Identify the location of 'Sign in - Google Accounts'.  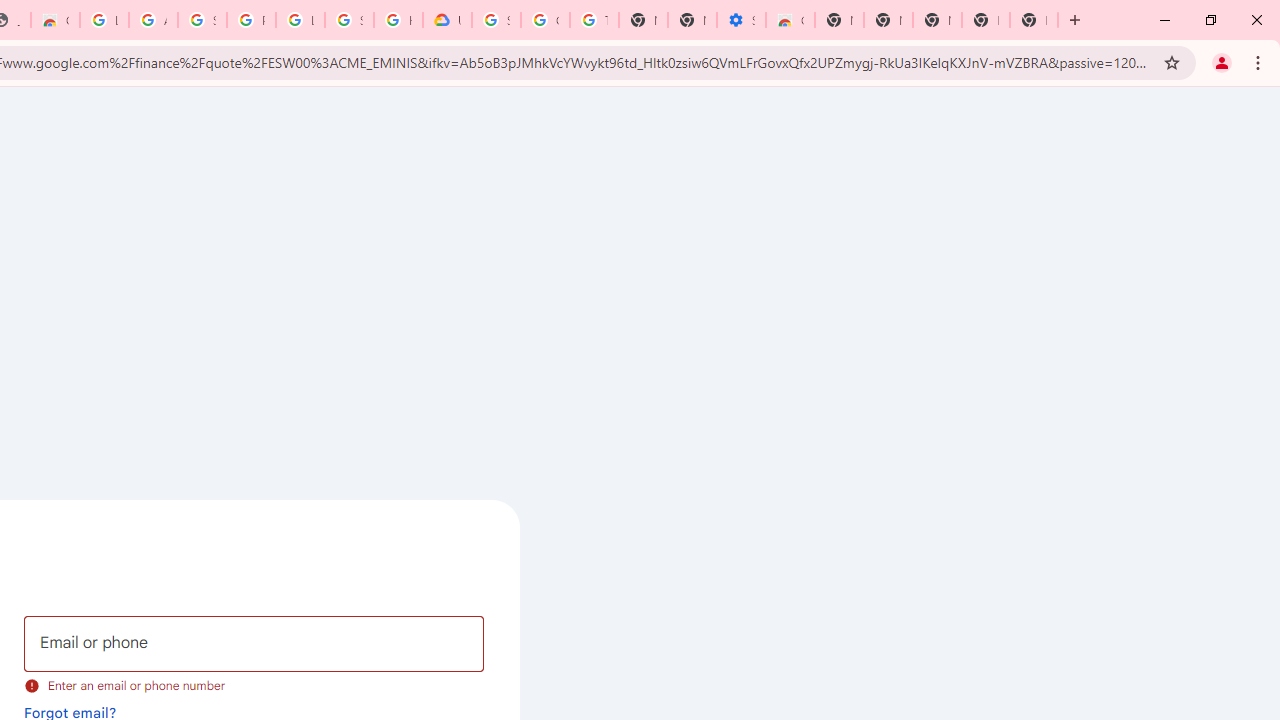
(202, 20).